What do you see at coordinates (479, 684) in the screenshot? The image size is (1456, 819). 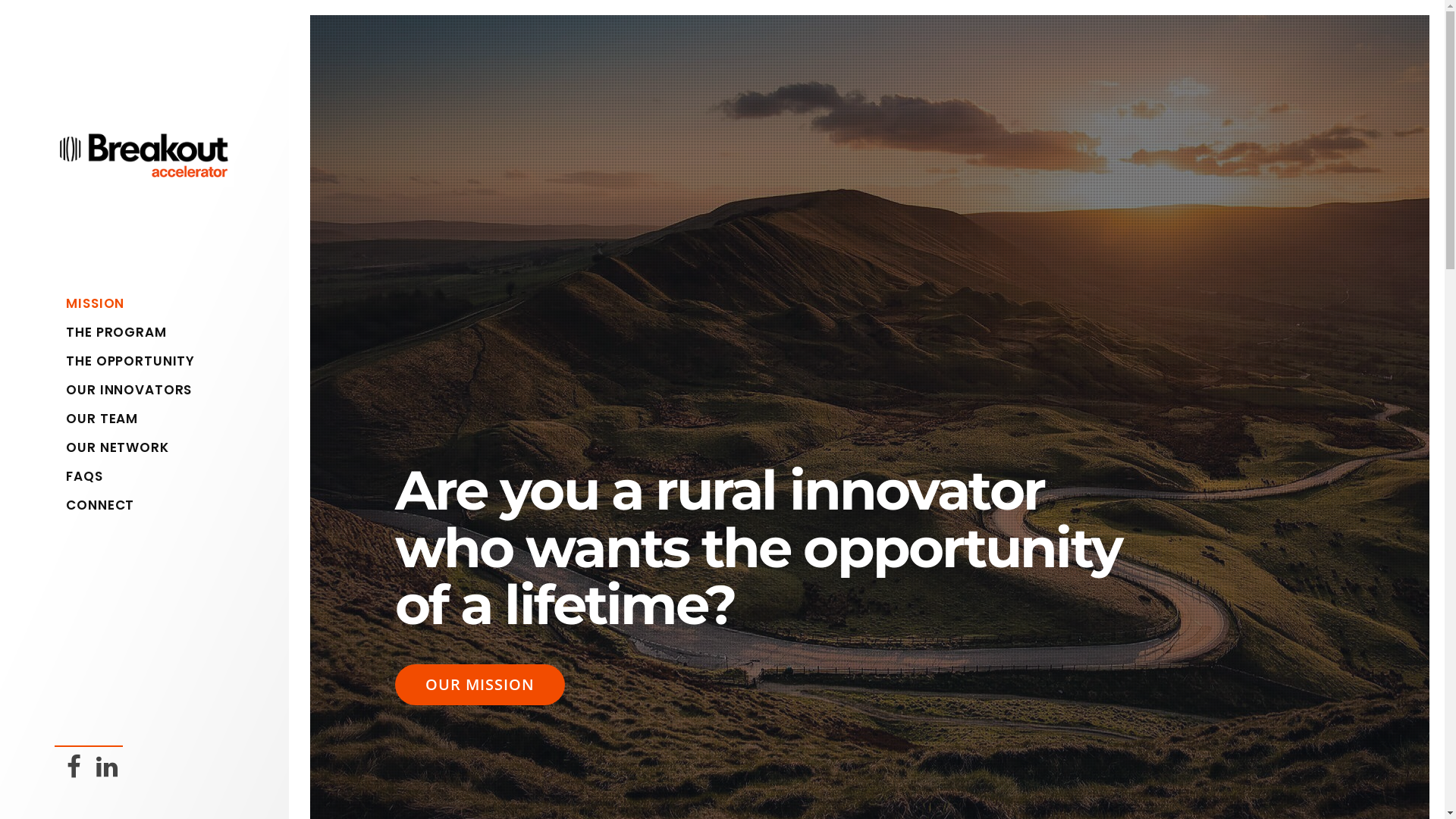 I see `'OUR MISSION'` at bounding box center [479, 684].